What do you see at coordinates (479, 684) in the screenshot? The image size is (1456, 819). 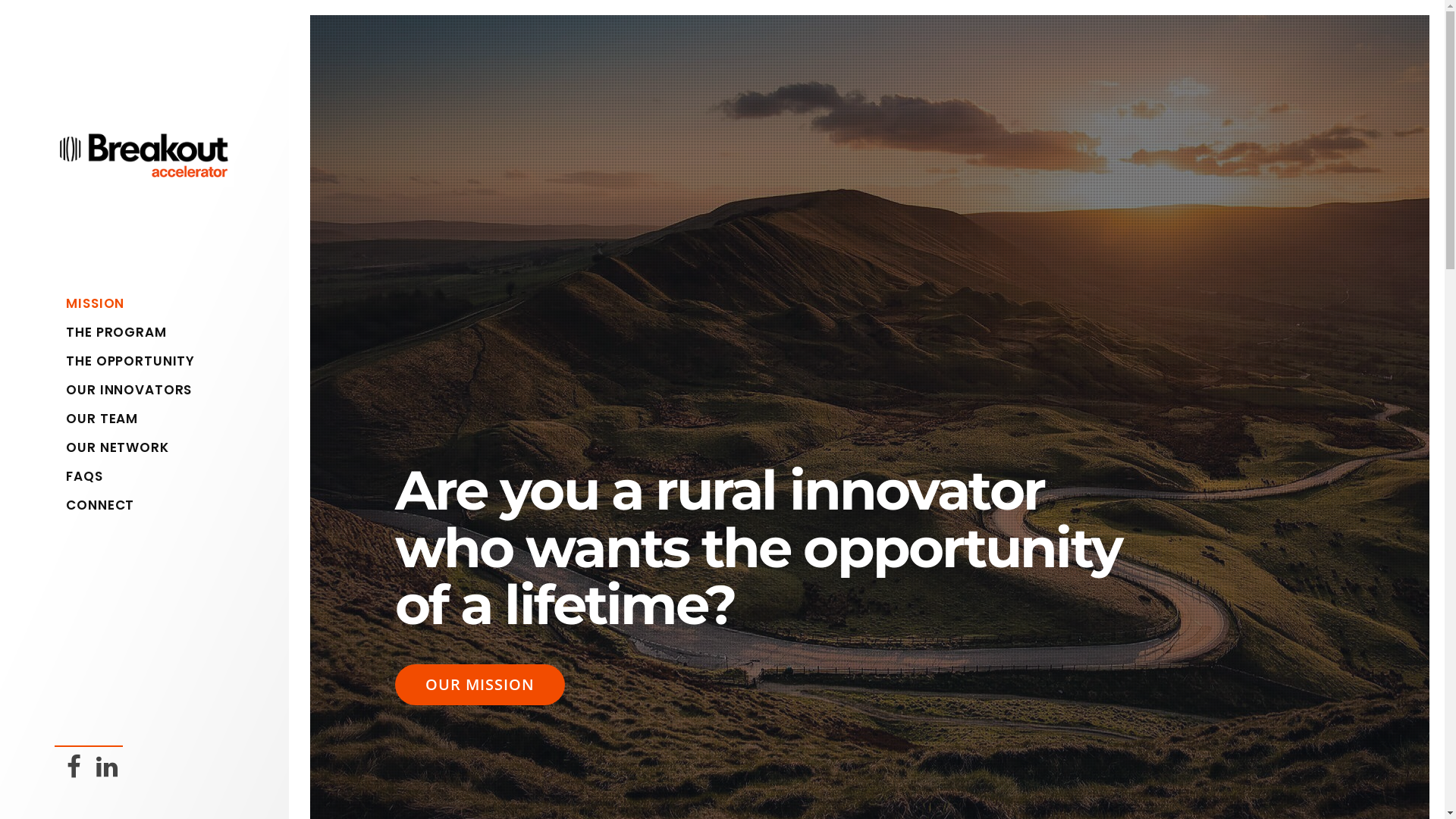 I see `'OUR MISSION'` at bounding box center [479, 684].